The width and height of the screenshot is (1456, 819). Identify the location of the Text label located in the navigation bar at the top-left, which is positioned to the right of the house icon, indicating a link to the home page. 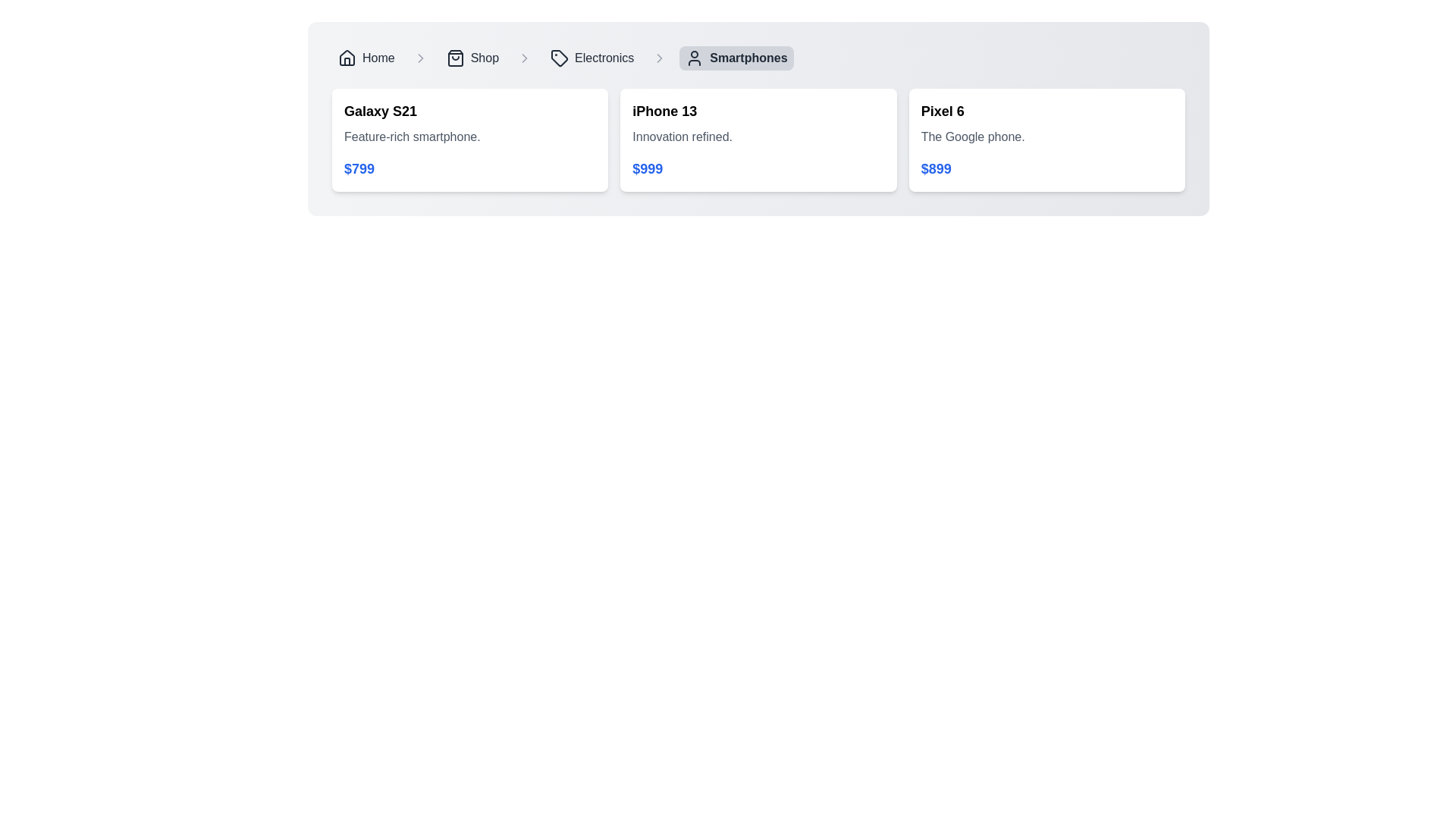
(378, 58).